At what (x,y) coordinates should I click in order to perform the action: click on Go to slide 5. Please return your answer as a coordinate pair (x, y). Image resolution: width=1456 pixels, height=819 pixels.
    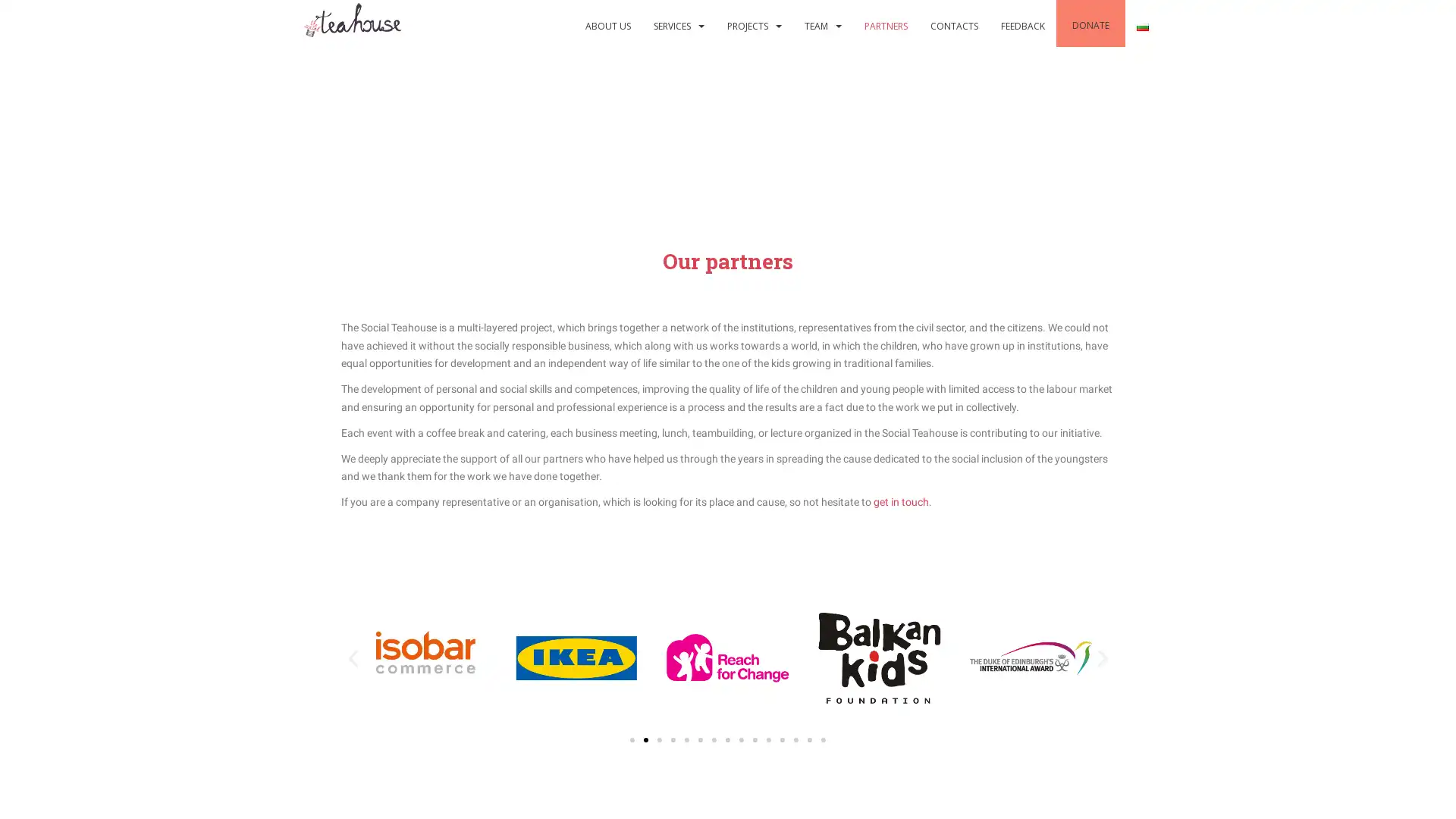
    Looking at the image, I should click on (686, 739).